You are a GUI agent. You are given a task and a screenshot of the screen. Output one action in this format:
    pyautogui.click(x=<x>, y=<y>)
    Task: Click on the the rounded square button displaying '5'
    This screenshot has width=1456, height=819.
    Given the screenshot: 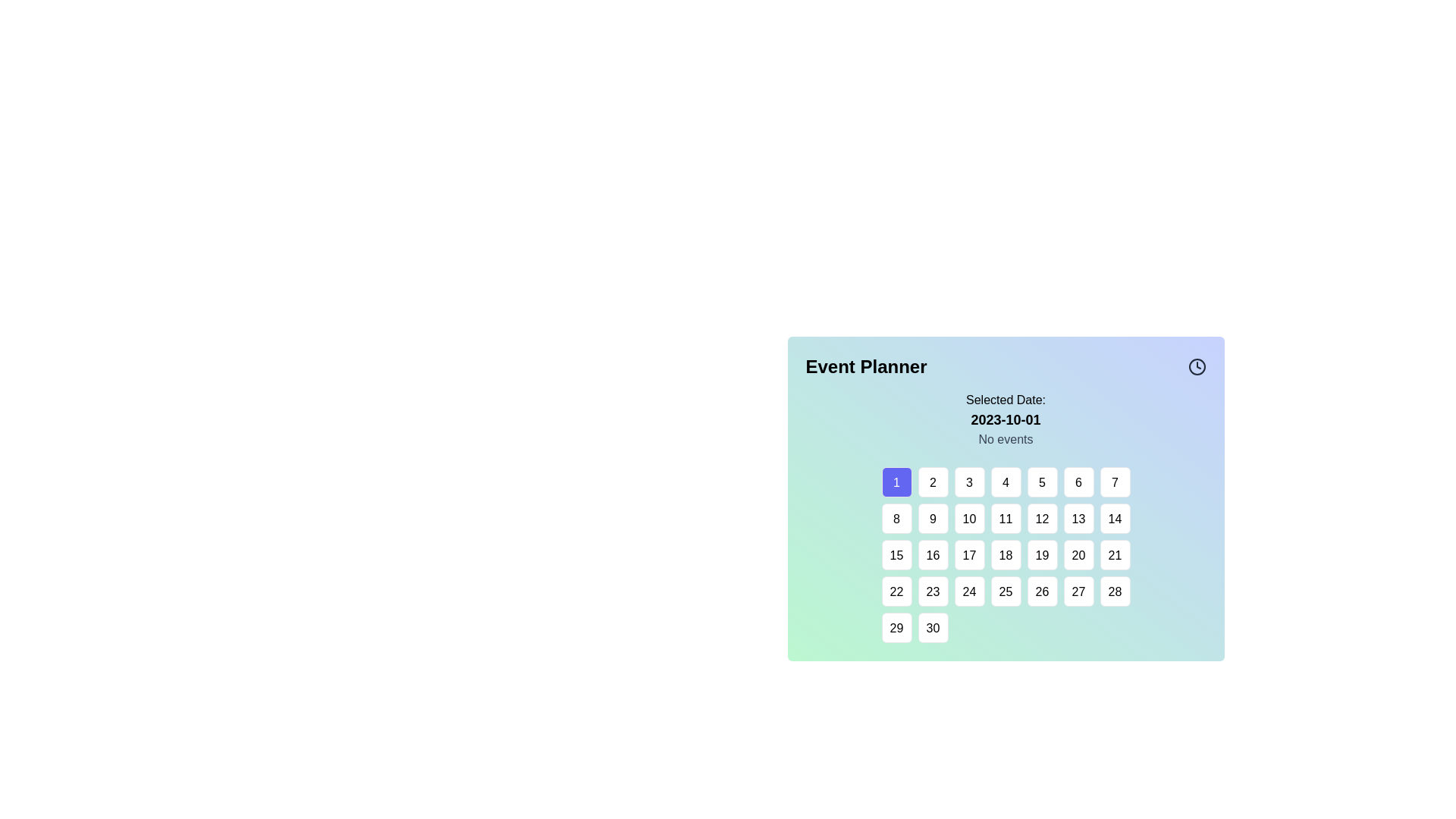 What is the action you would take?
    pyautogui.click(x=1041, y=482)
    